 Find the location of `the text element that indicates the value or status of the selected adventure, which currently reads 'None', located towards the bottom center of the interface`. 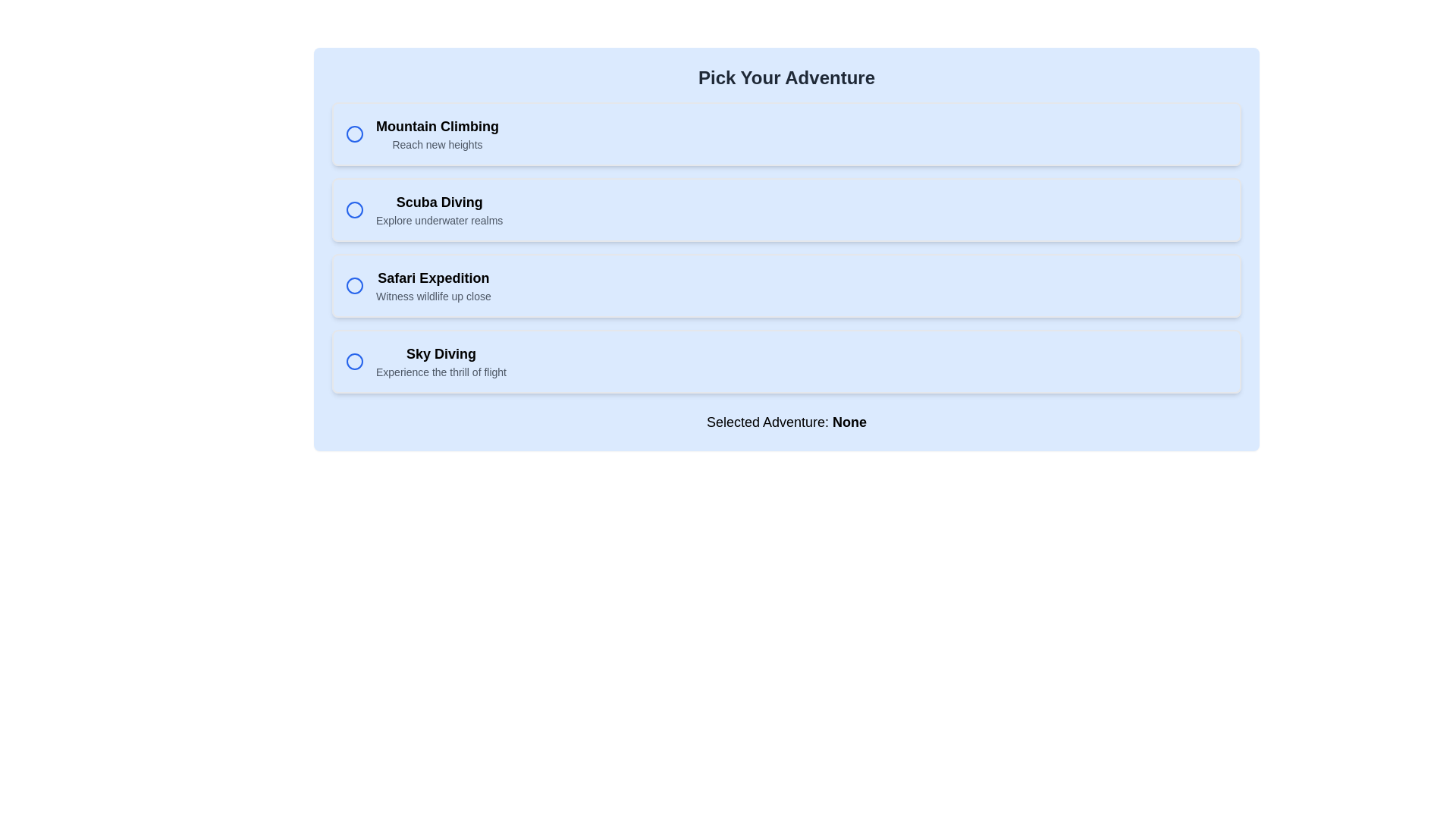

the text element that indicates the value or status of the selected adventure, which currently reads 'None', located towards the bottom center of the interface is located at coordinates (849, 422).